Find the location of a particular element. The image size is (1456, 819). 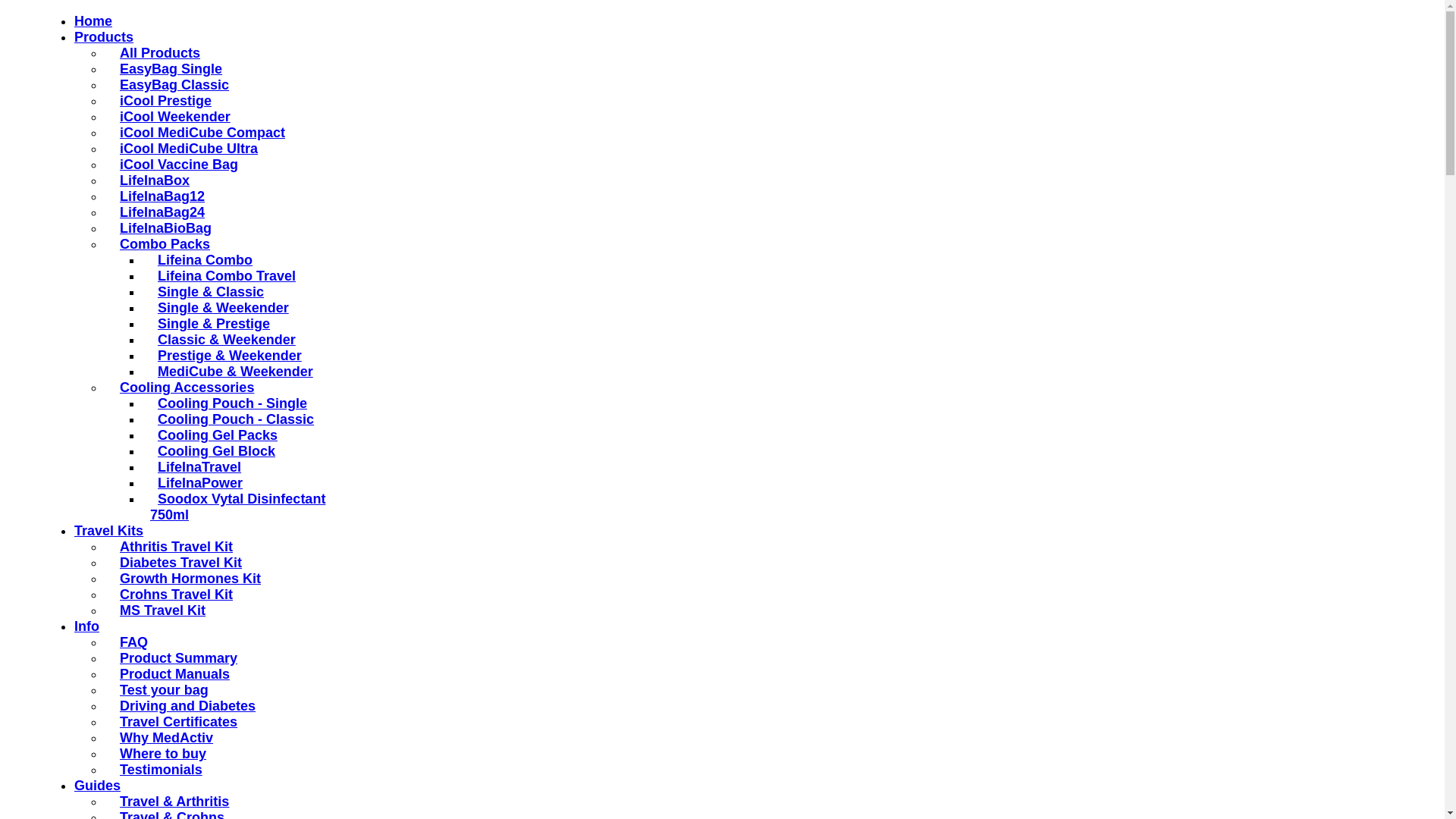

'iCool MediCube Ultra' is located at coordinates (184, 149).